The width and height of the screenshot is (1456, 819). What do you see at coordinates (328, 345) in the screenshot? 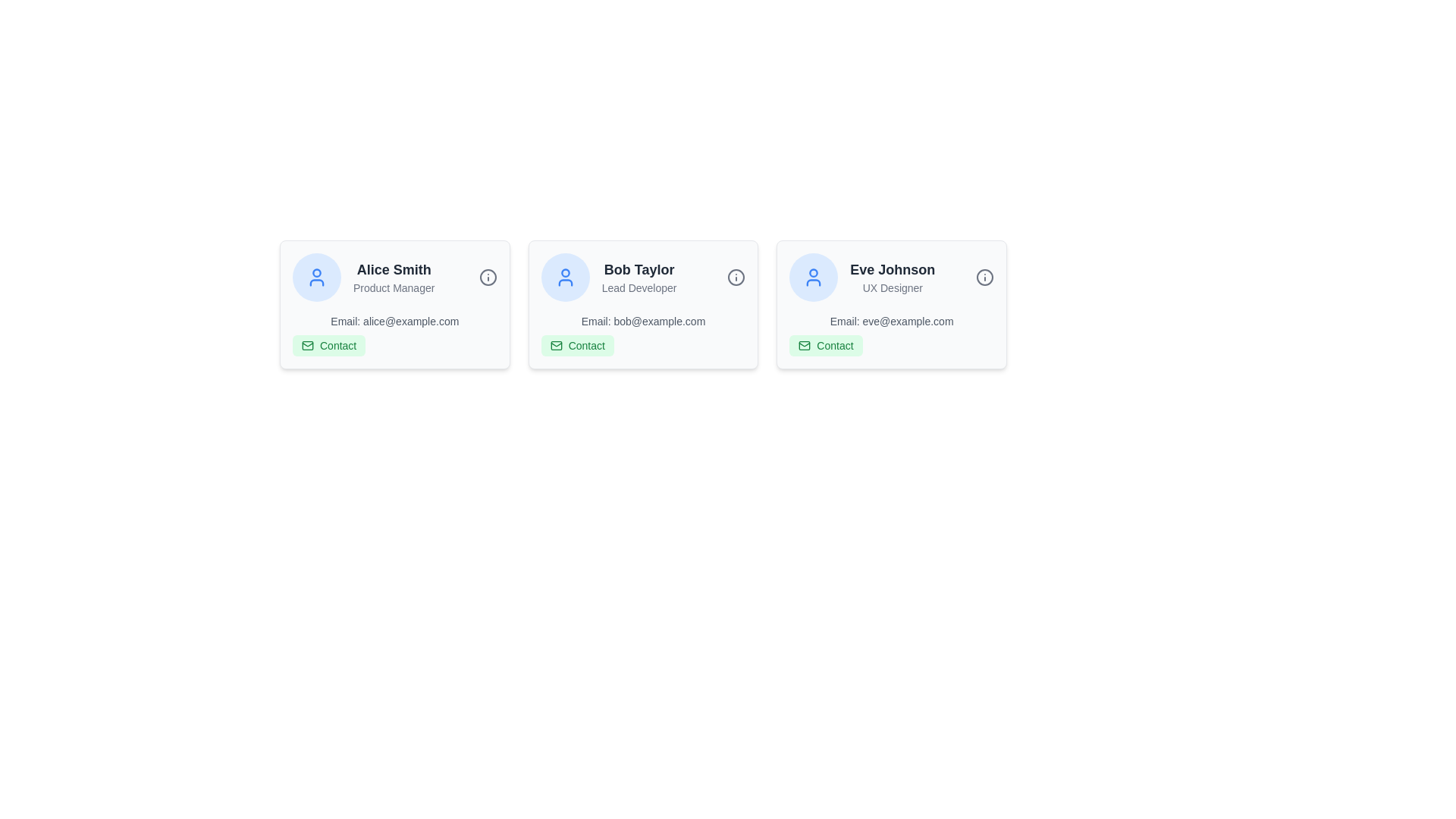
I see `the green 'Contact' button with an email envelope icon located in the bottom-left corner of Alice Smith's card` at bounding box center [328, 345].